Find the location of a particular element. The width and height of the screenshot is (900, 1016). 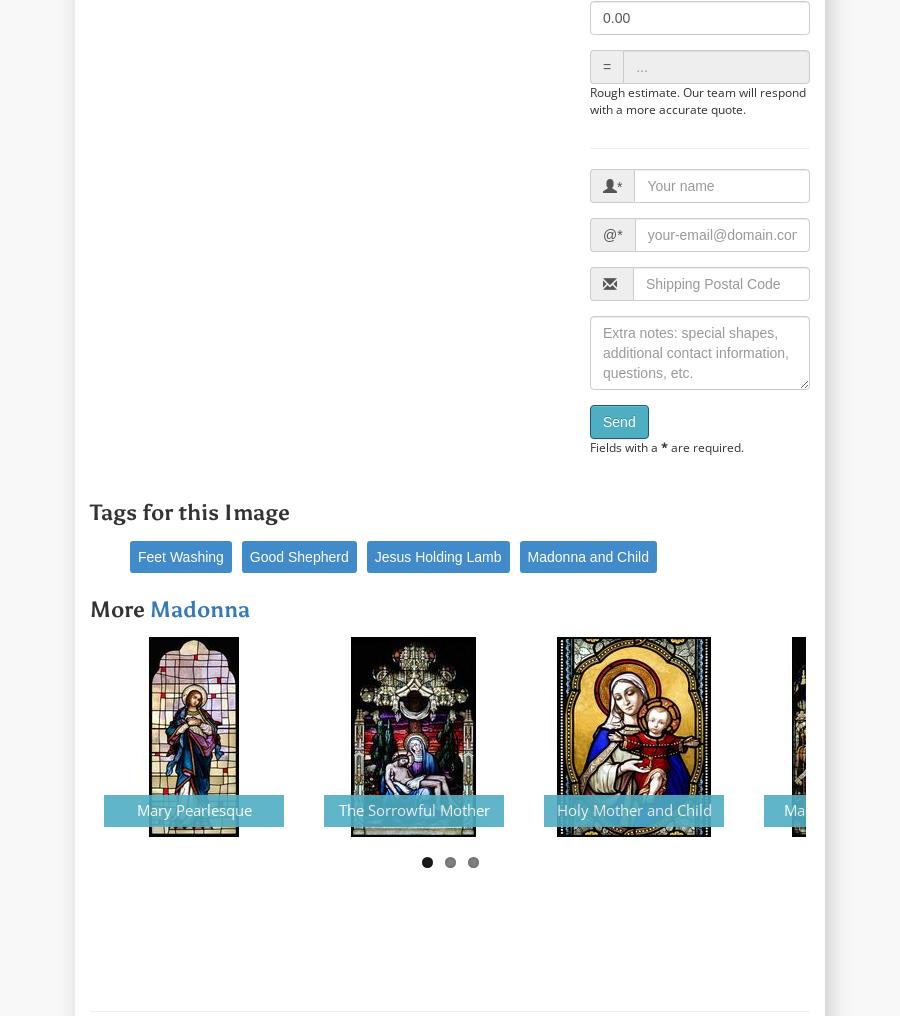

'Mary Pearlesque' is located at coordinates (193, 808).